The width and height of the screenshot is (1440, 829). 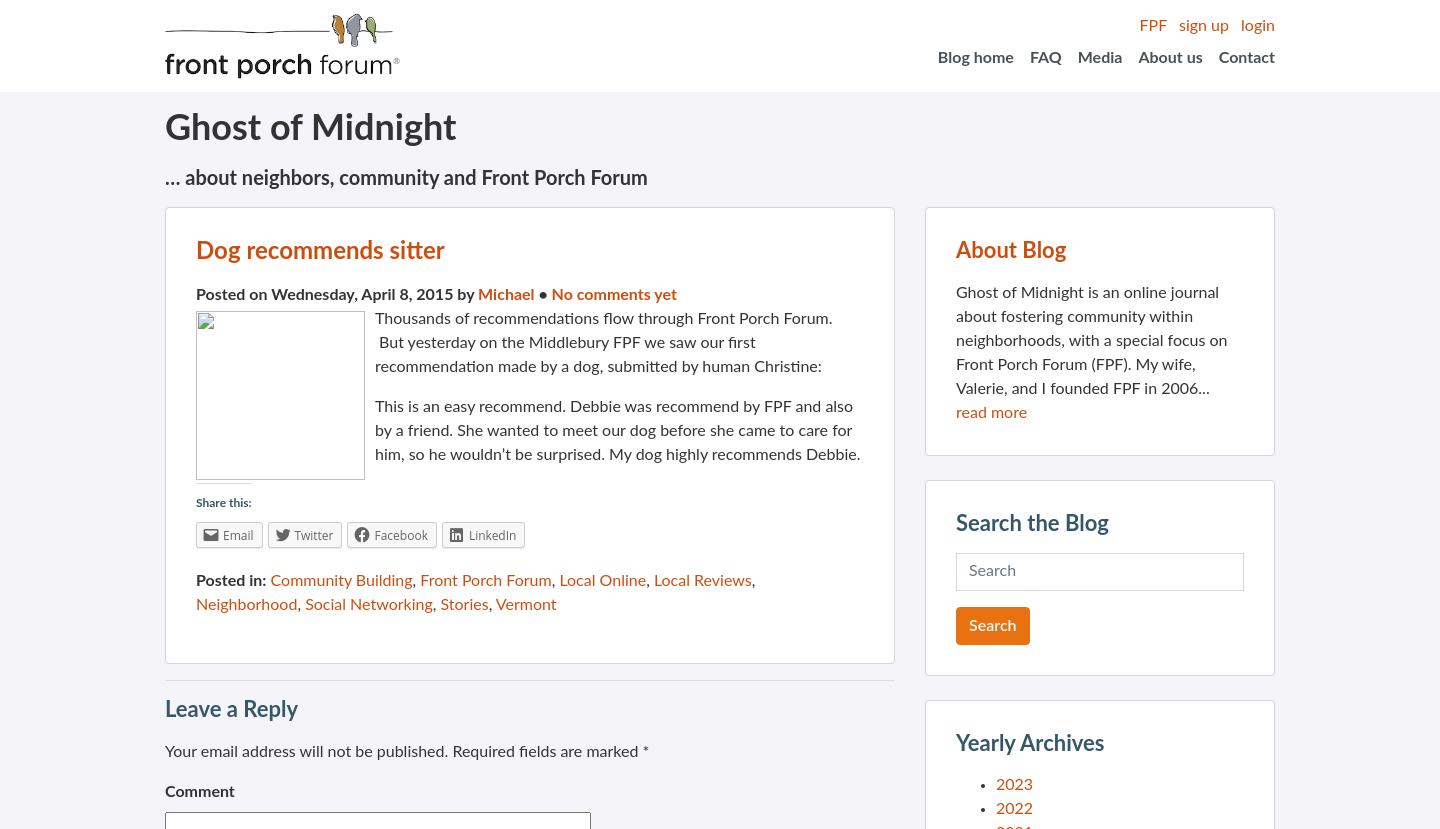 What do you see at coordinates (974, 57) in the screenshot?
I see `'Blog home'` at bounding box center [974, 57].